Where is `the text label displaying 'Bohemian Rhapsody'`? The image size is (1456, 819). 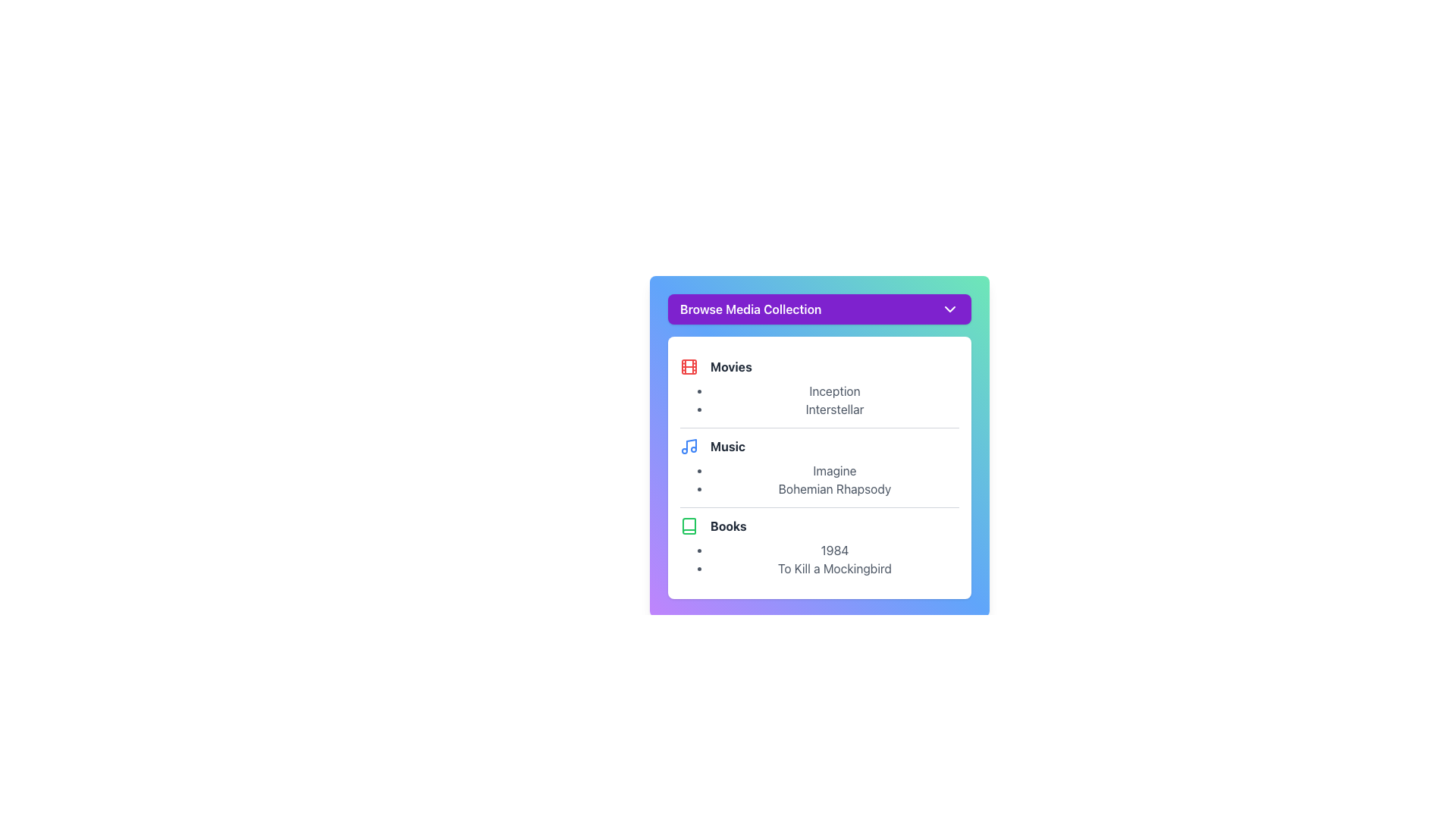
the text label displaying 'Bohemian Rhapsody' is located at coordinates (833, 488).